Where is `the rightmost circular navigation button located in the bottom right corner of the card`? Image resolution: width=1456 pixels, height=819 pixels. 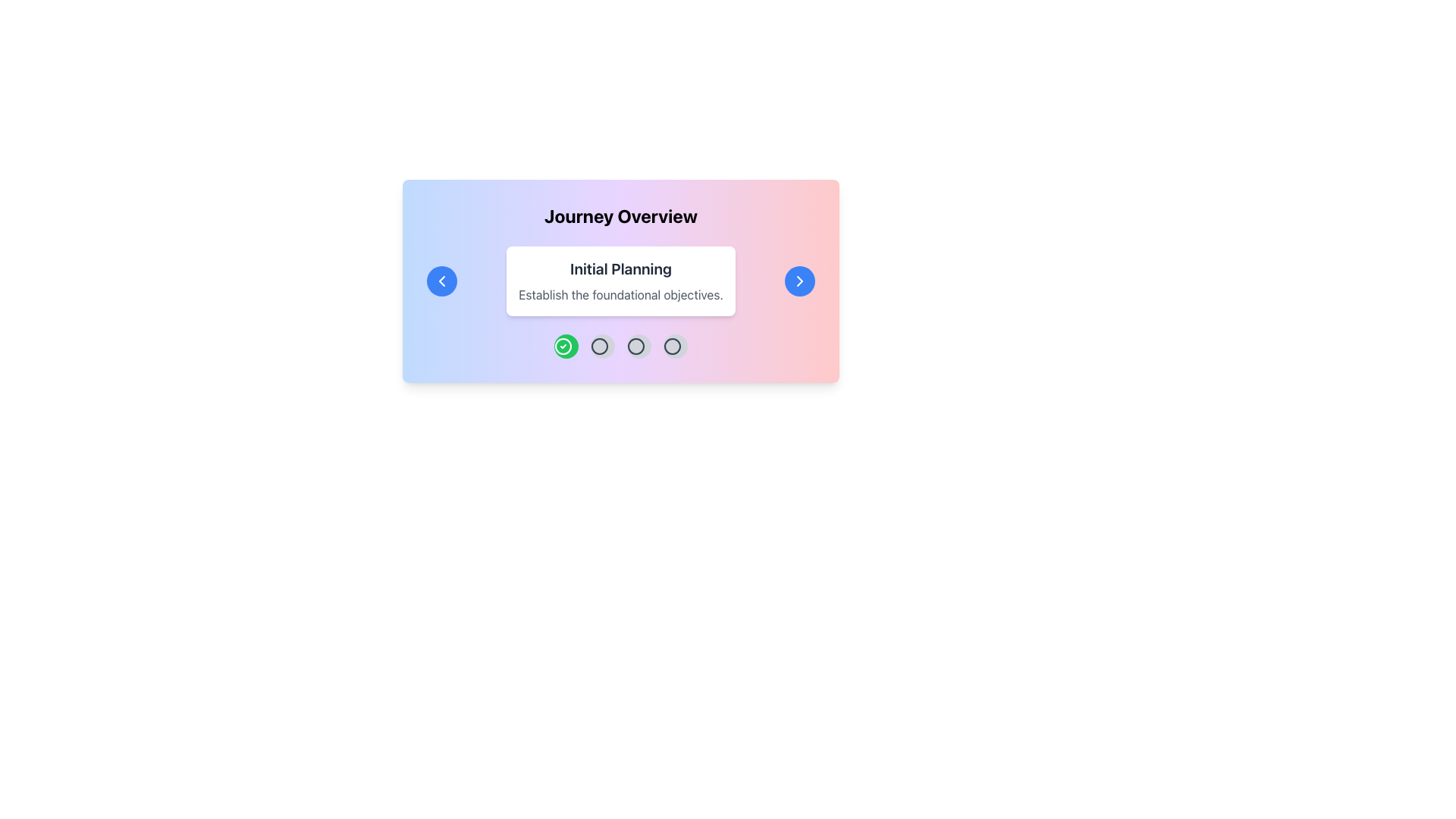 the rightmost circular navigation button located in the bottom right corner of the card is located at coordinates (799, 281).